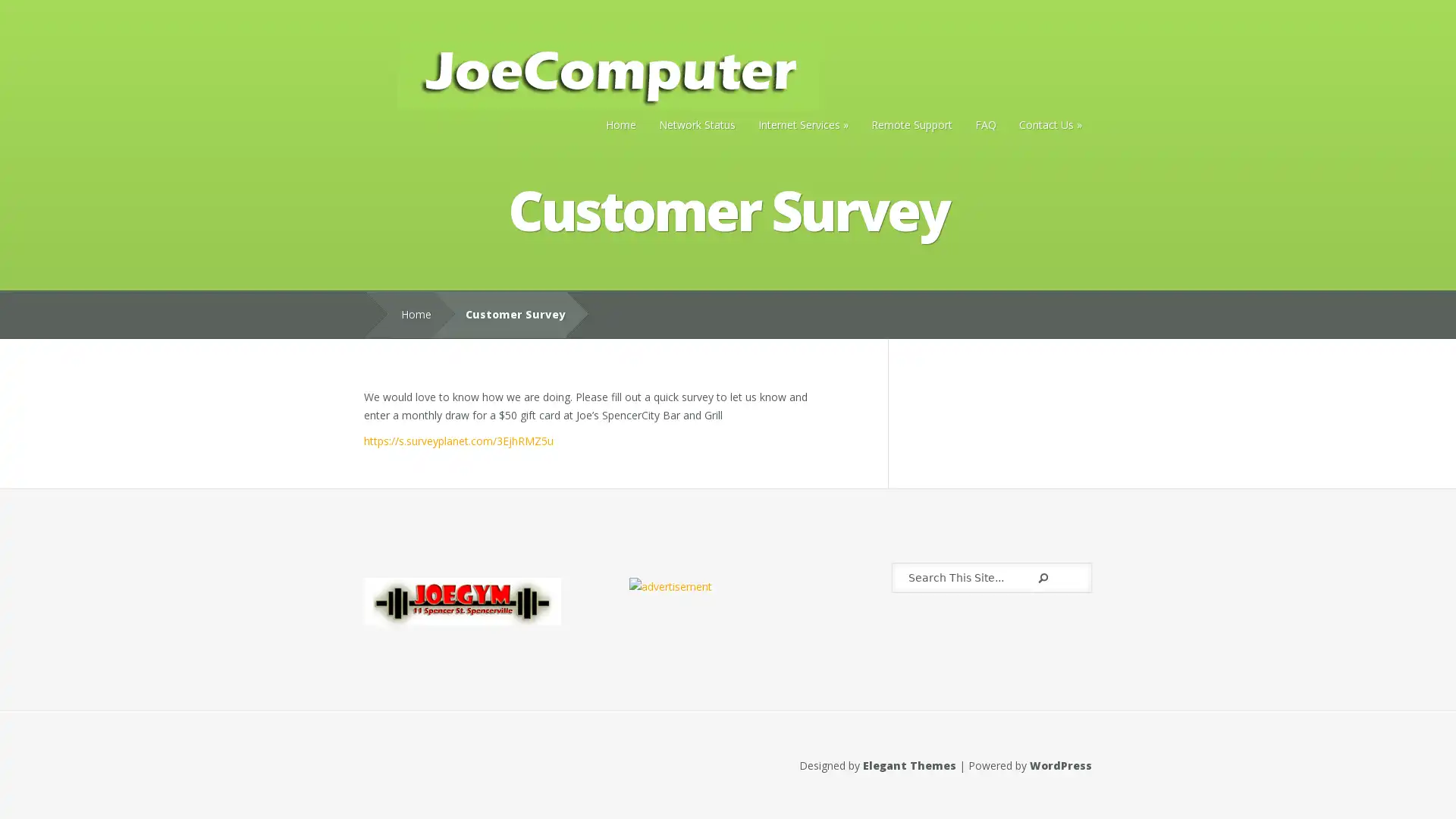 This screenshot has height=819, width=1456. What do you see at coordinates (1043, 579) in the screenshot?
I see `Submit` at bounding box center [1043, 579].